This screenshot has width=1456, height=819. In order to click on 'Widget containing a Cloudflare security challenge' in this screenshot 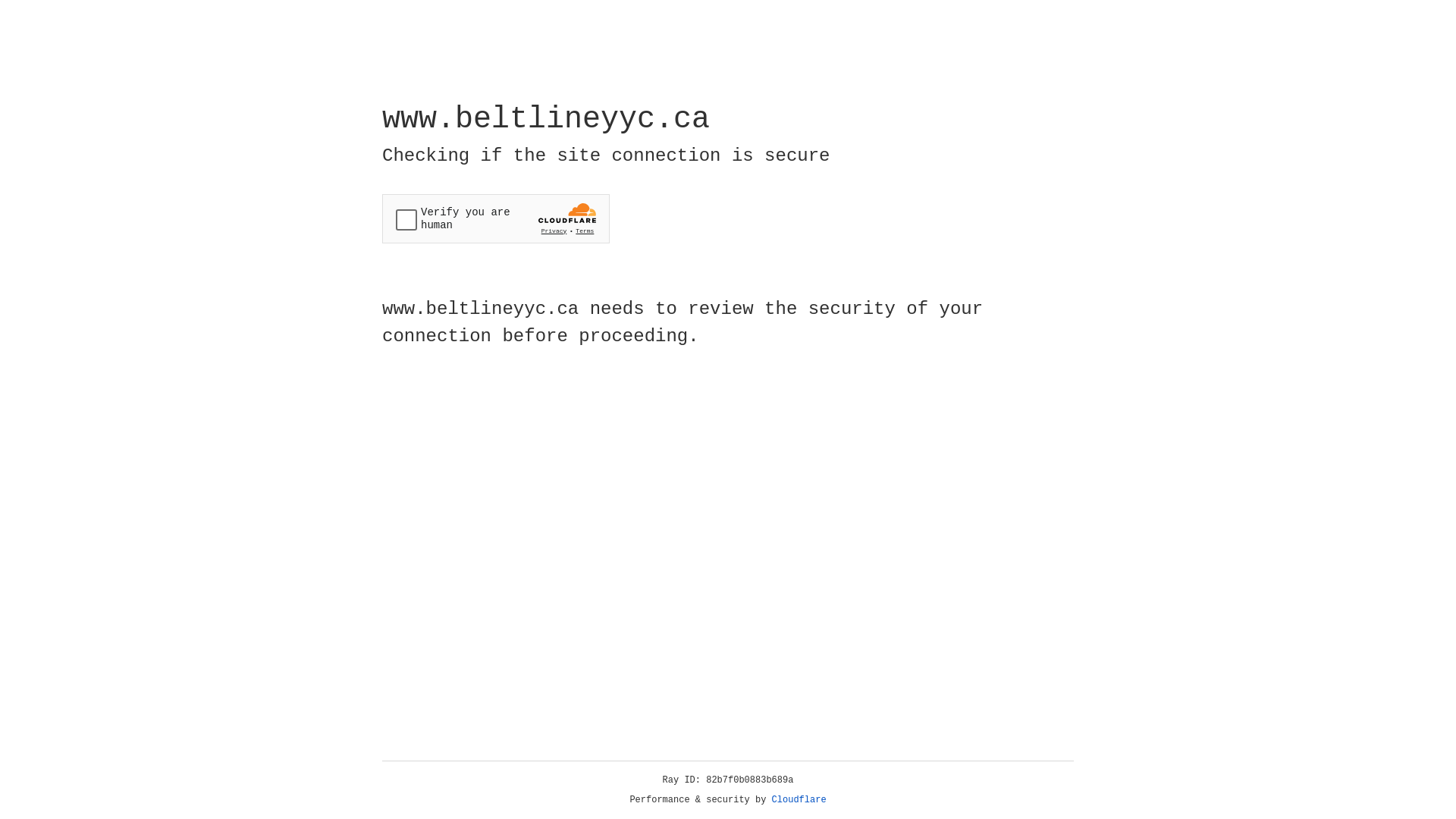, I will do `click(495, 218)`.